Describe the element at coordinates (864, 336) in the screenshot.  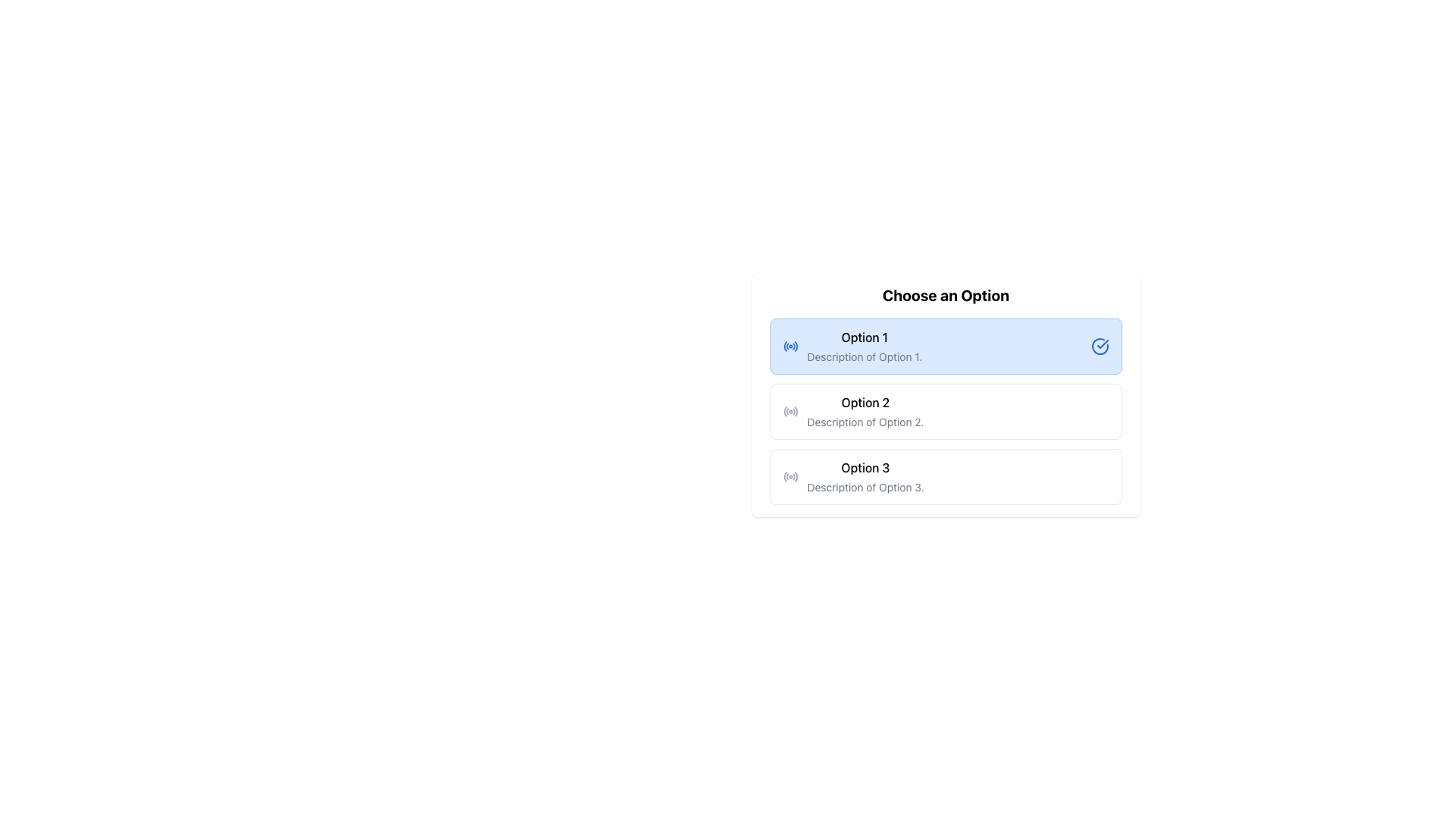
I see `the centrally positioned text label for Option 1` at that location.